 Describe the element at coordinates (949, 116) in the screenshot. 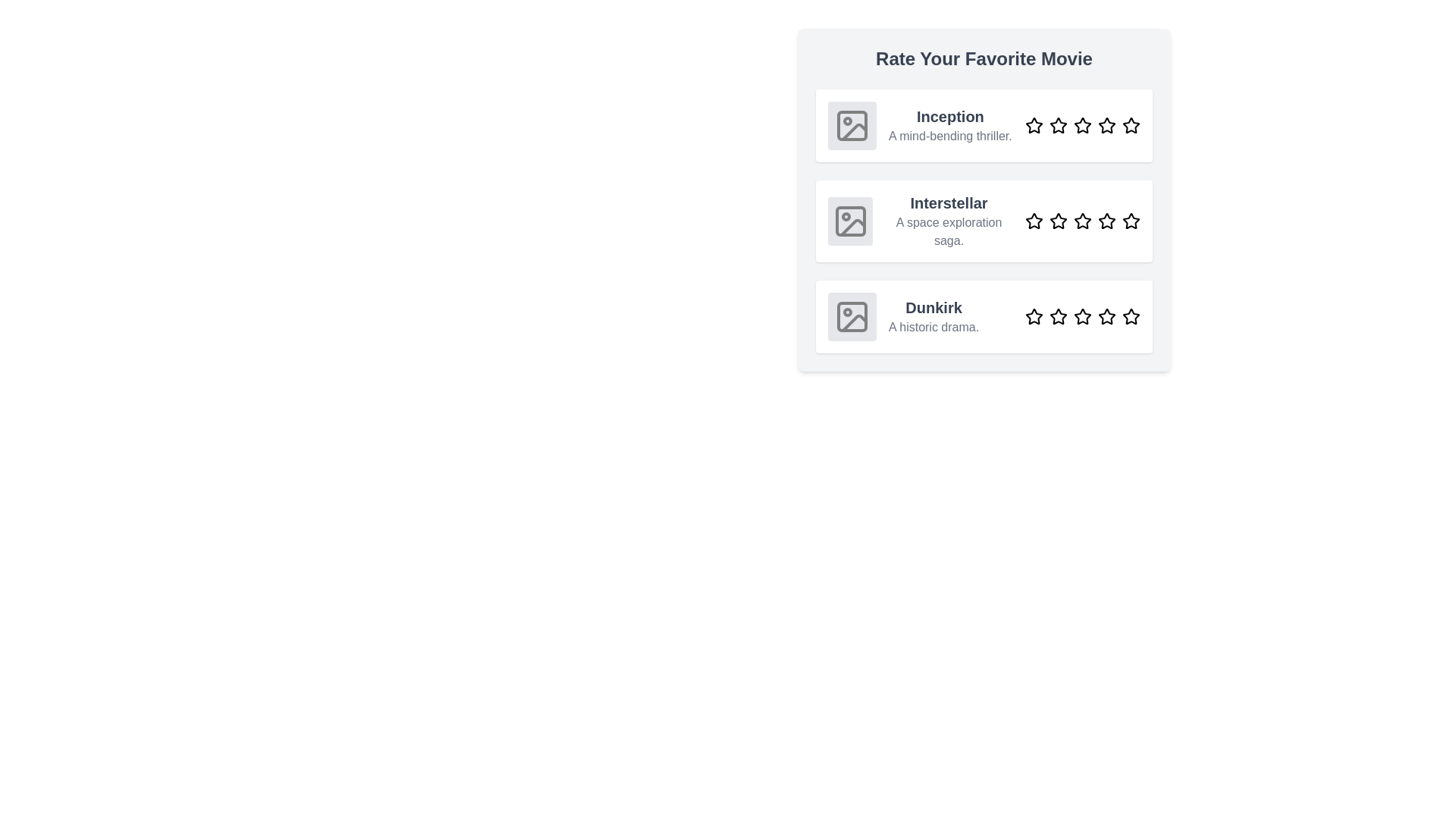

I see `the title label of the movie, located at the top of the movie list, which indicates the name of the movie` at that location.